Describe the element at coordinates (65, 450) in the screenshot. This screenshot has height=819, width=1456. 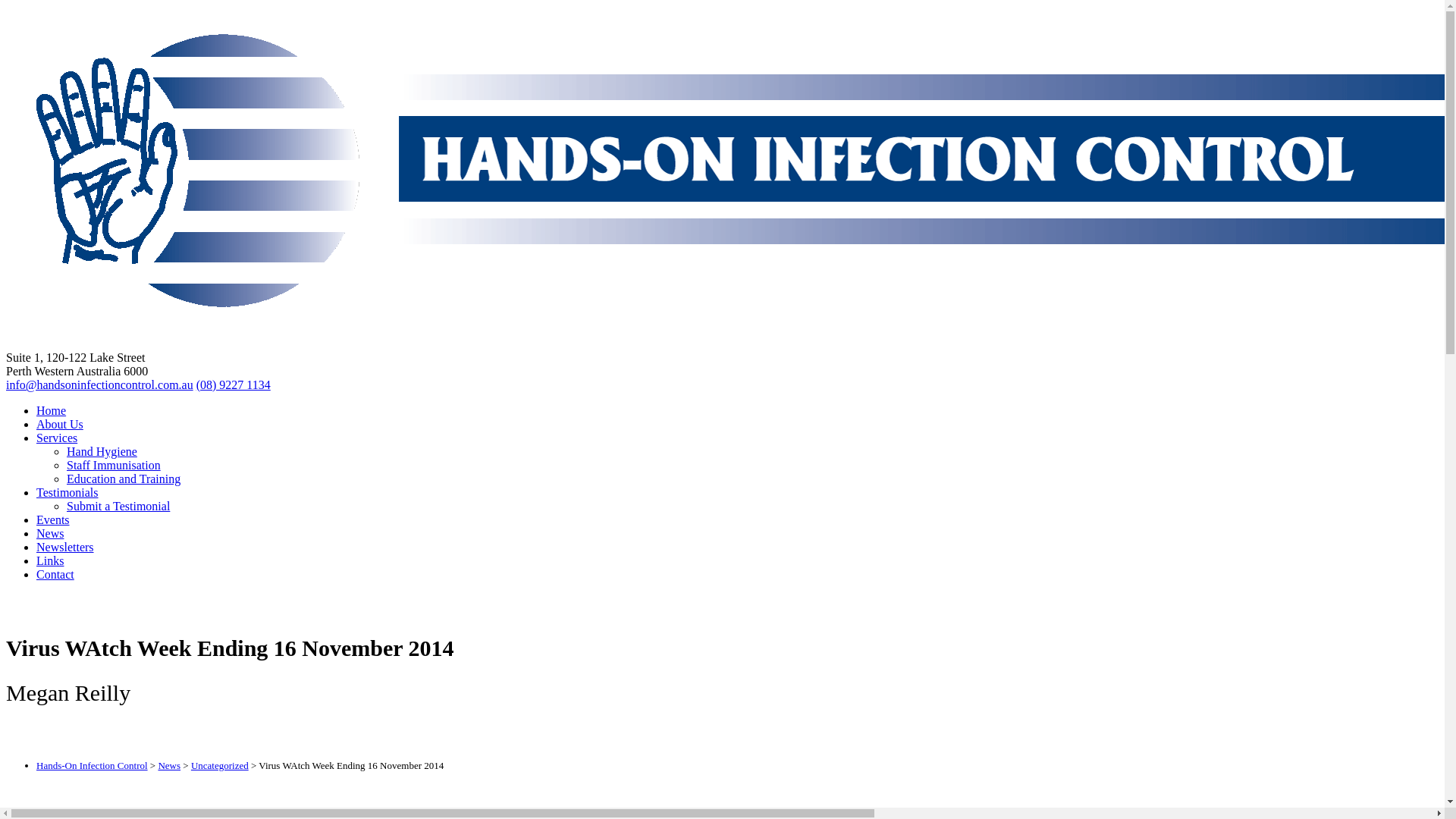
I see `'Hand Hygiene'` at that location.